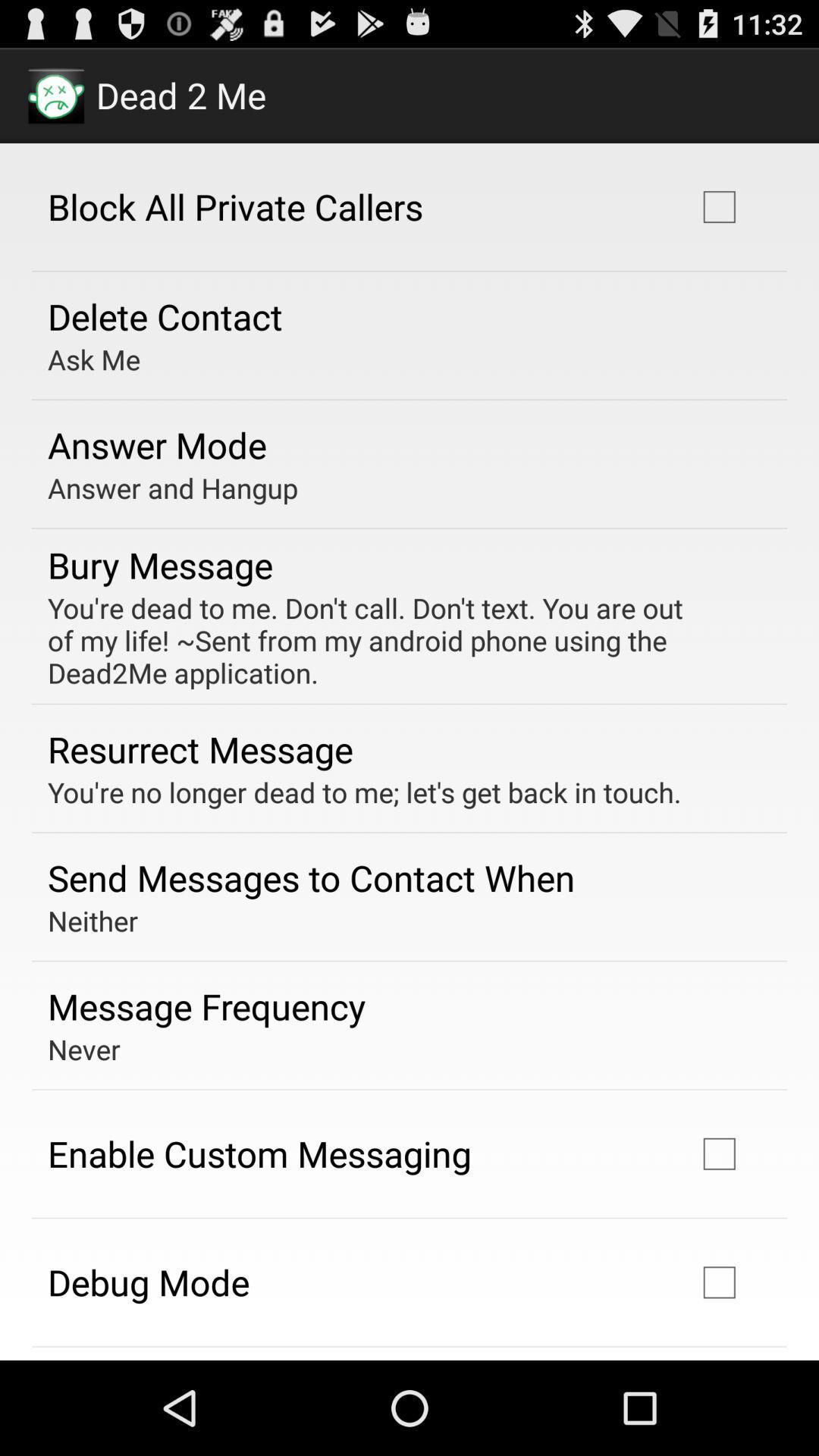 This screenshot has height=1456, width=819. Describe the element at coordinates (93, 920) in the screenshot. I see `item above message frequency` at that location.